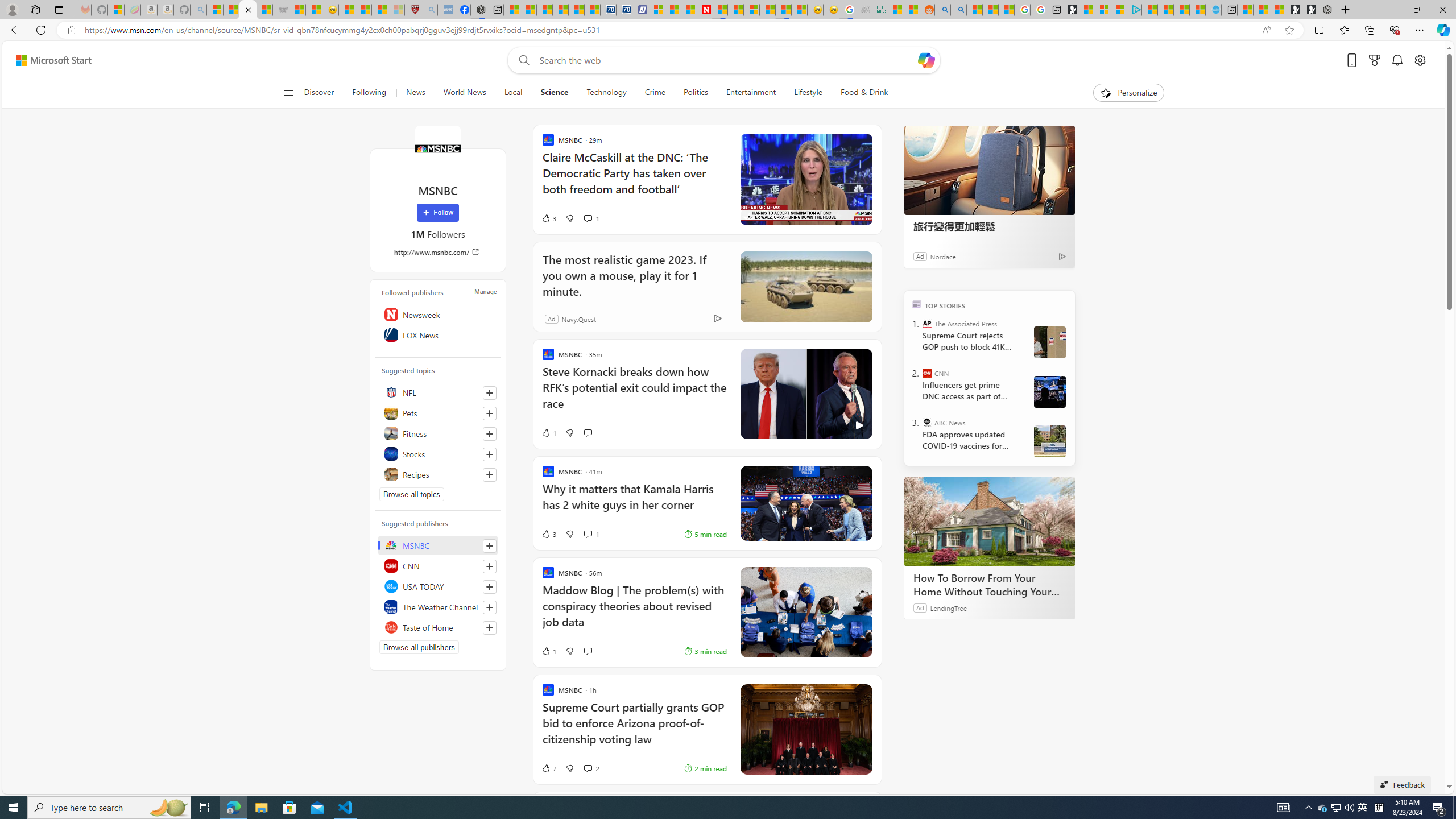 This screenshot has height=819, width=1456. I want to click on 'TOP', so click(916, 303).